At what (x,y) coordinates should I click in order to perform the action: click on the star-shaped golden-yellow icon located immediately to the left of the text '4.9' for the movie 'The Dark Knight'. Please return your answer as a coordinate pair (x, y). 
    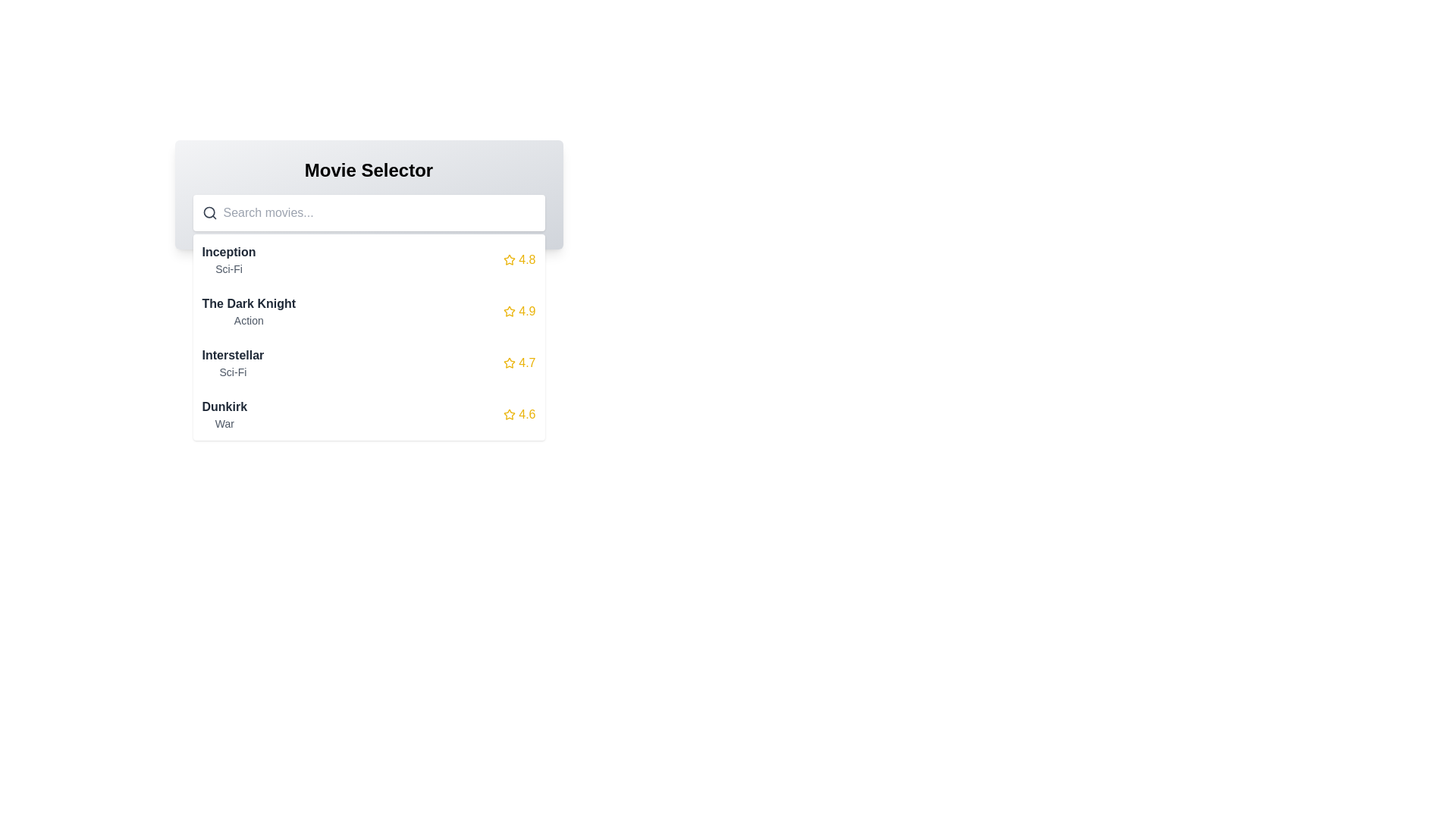
    Looking at the image, I should click on (510, 311).